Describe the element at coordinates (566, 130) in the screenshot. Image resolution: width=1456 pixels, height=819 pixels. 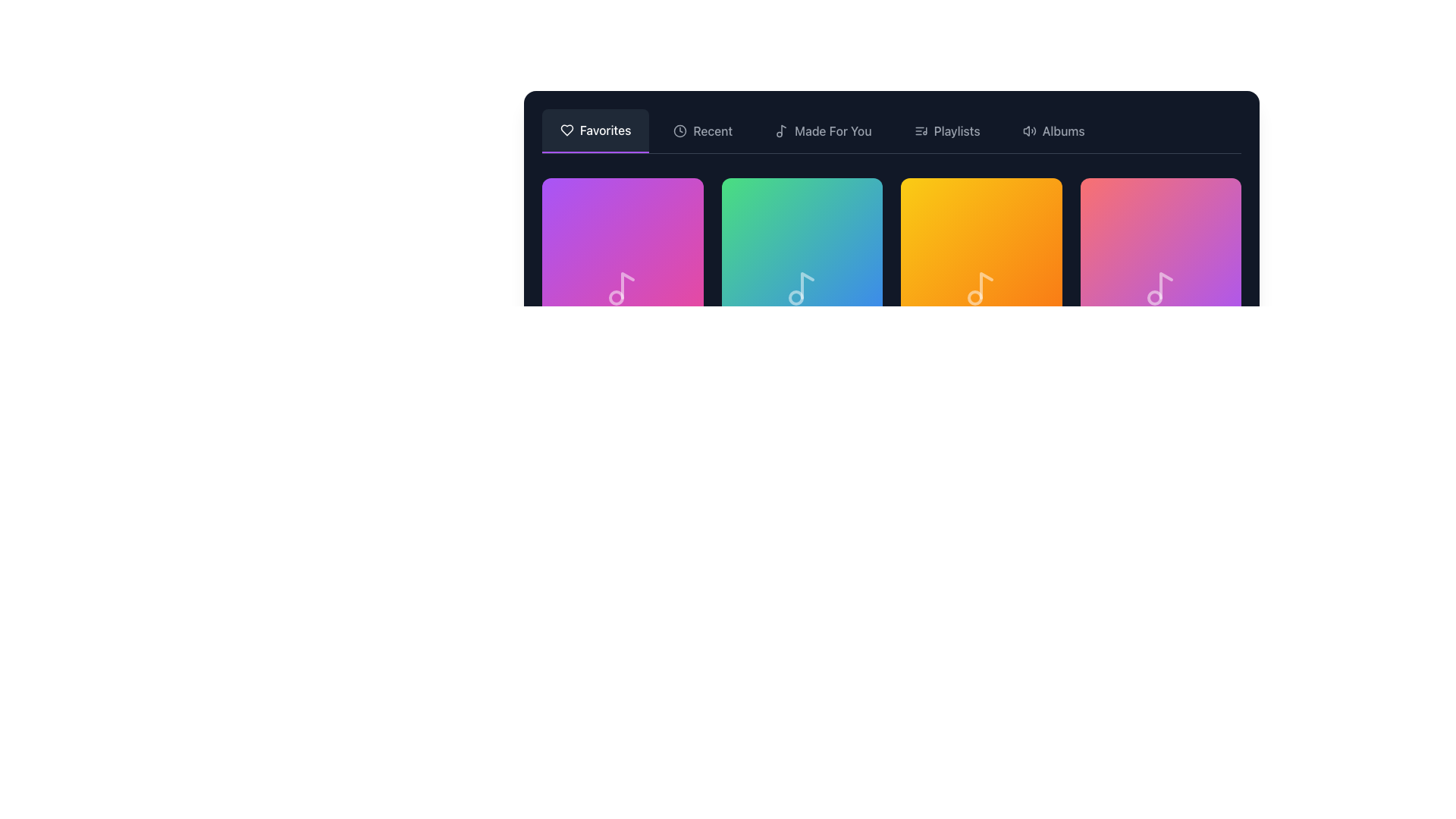
I see `the heart-shaped icon located to the left of the 'Favorites' text in the navigation bar, which serves as part of the visual representation of the 'Favorites' section` at that location.